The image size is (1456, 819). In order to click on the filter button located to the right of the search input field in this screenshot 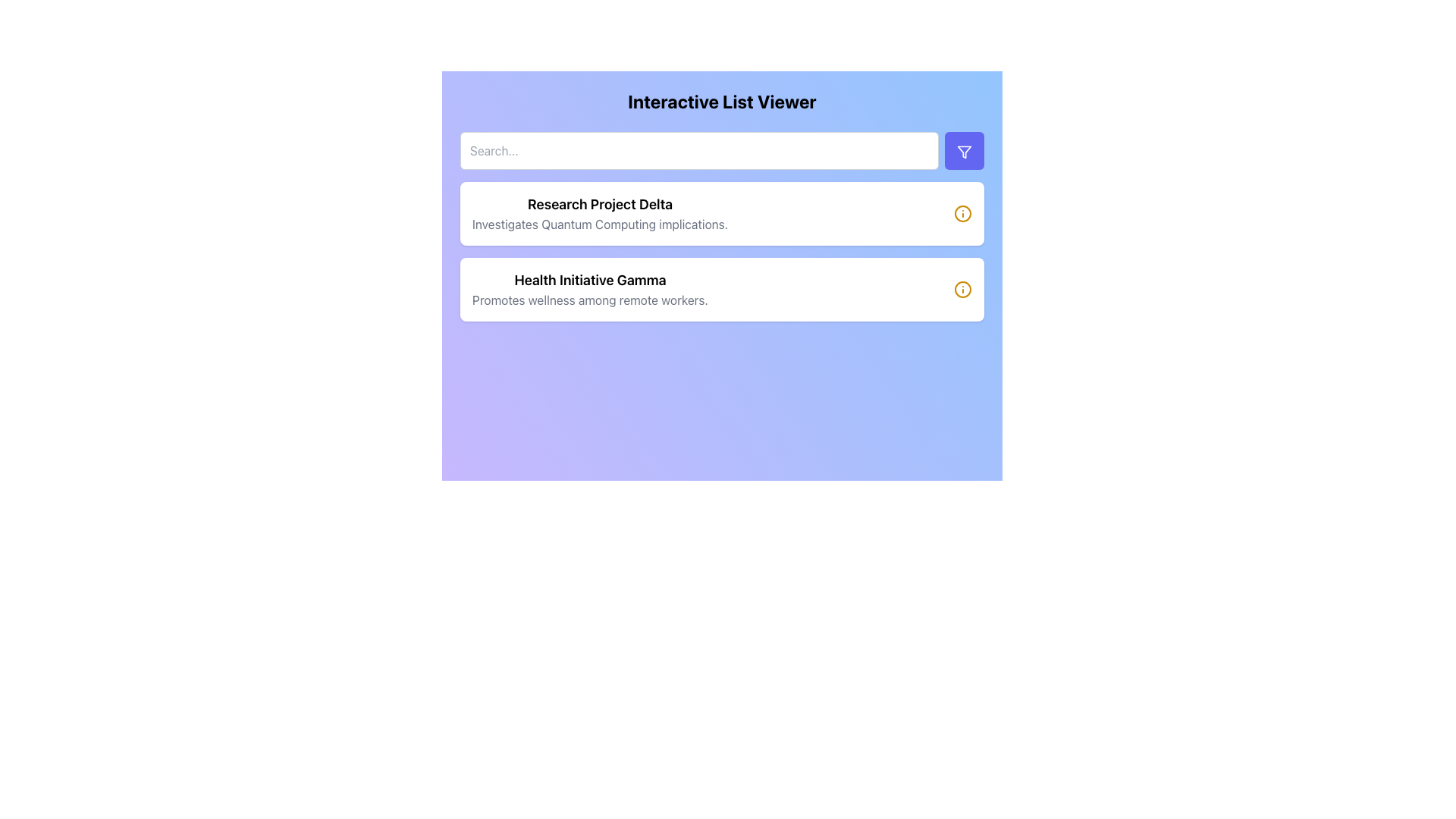, I will do `click(964, 151)`.